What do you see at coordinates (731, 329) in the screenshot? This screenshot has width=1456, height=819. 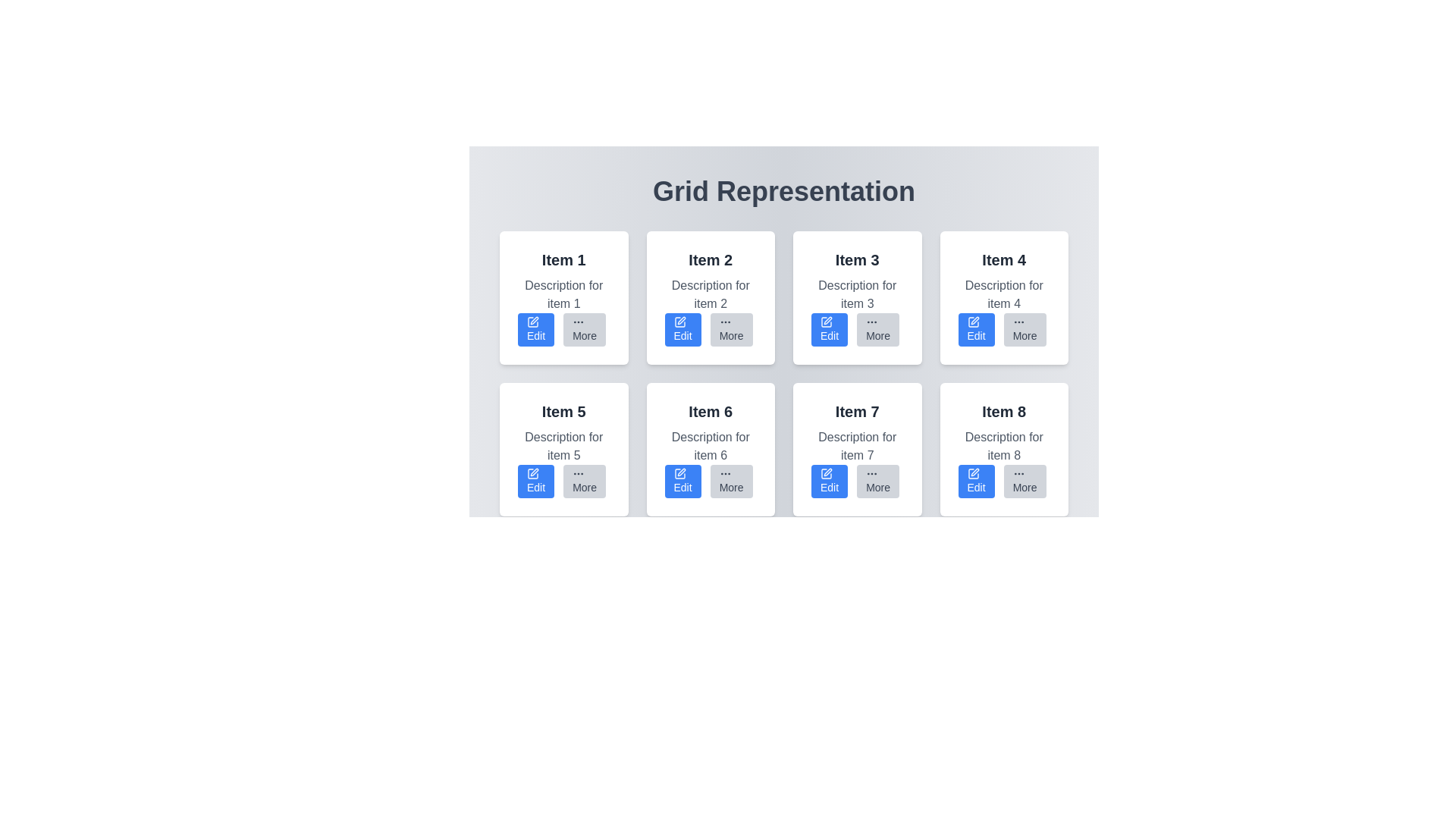 I see `the button labeled 'More' with a light gray background and an ellipsis icon, located in the second grid item of the first row, to potentially see a tooltip effect` at bounding box center [731, 329].